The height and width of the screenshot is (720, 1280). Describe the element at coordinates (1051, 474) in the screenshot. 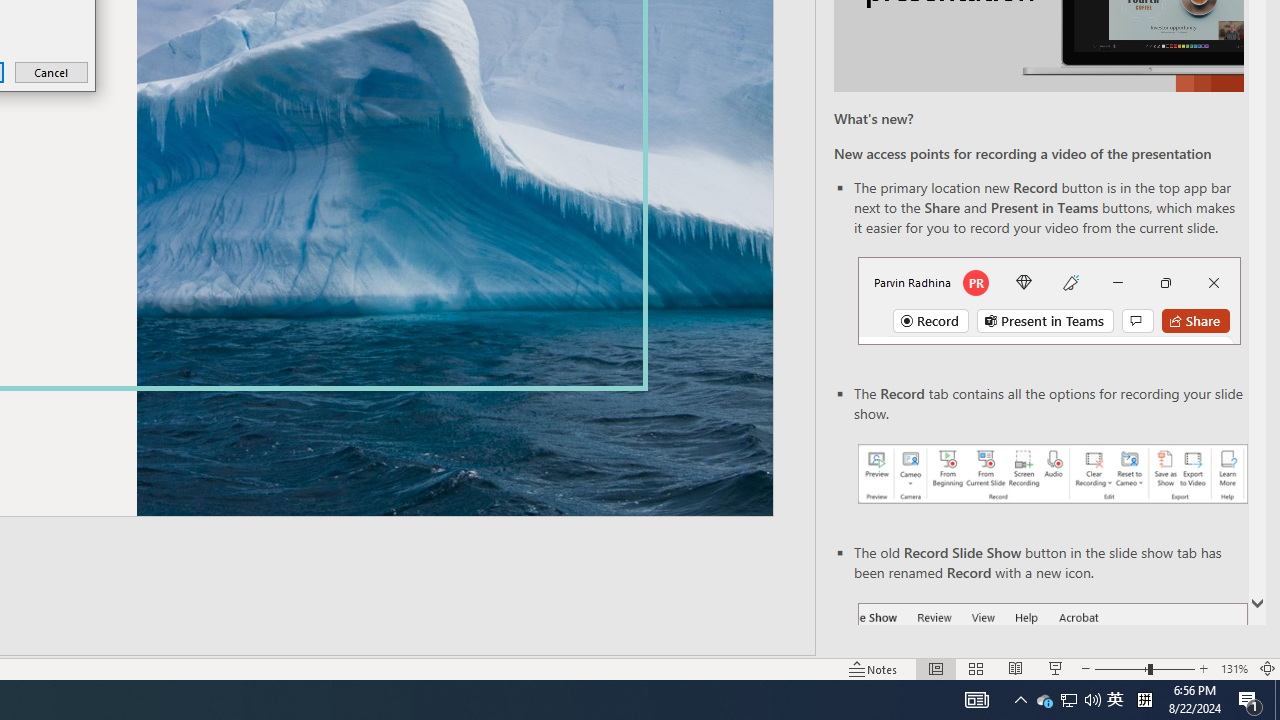

I see `'Record your presentations screenshot one'` at that location.